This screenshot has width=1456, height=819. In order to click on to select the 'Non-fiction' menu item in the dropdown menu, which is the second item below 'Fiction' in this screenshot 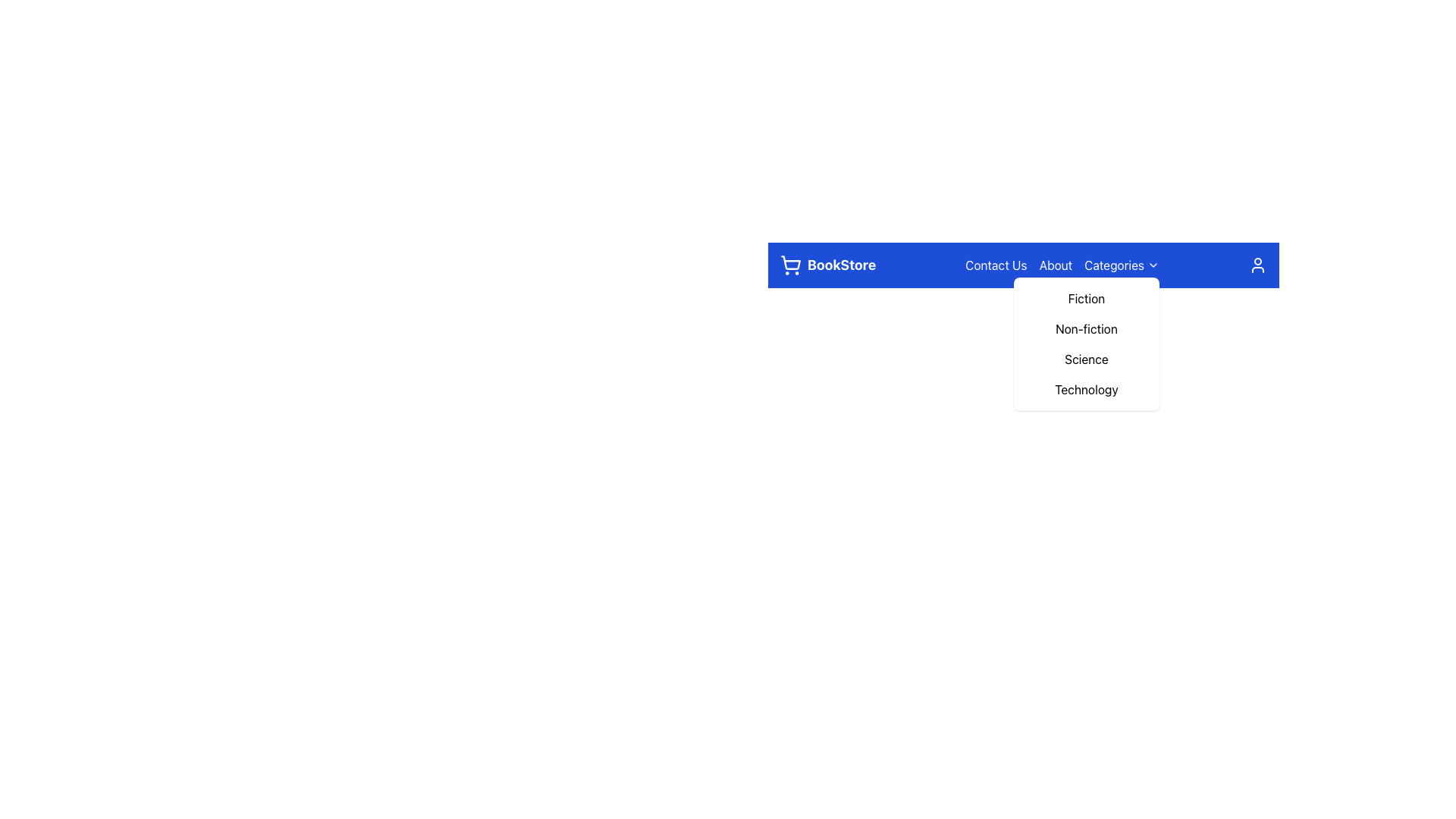, I will do `click(1085, 328)`.